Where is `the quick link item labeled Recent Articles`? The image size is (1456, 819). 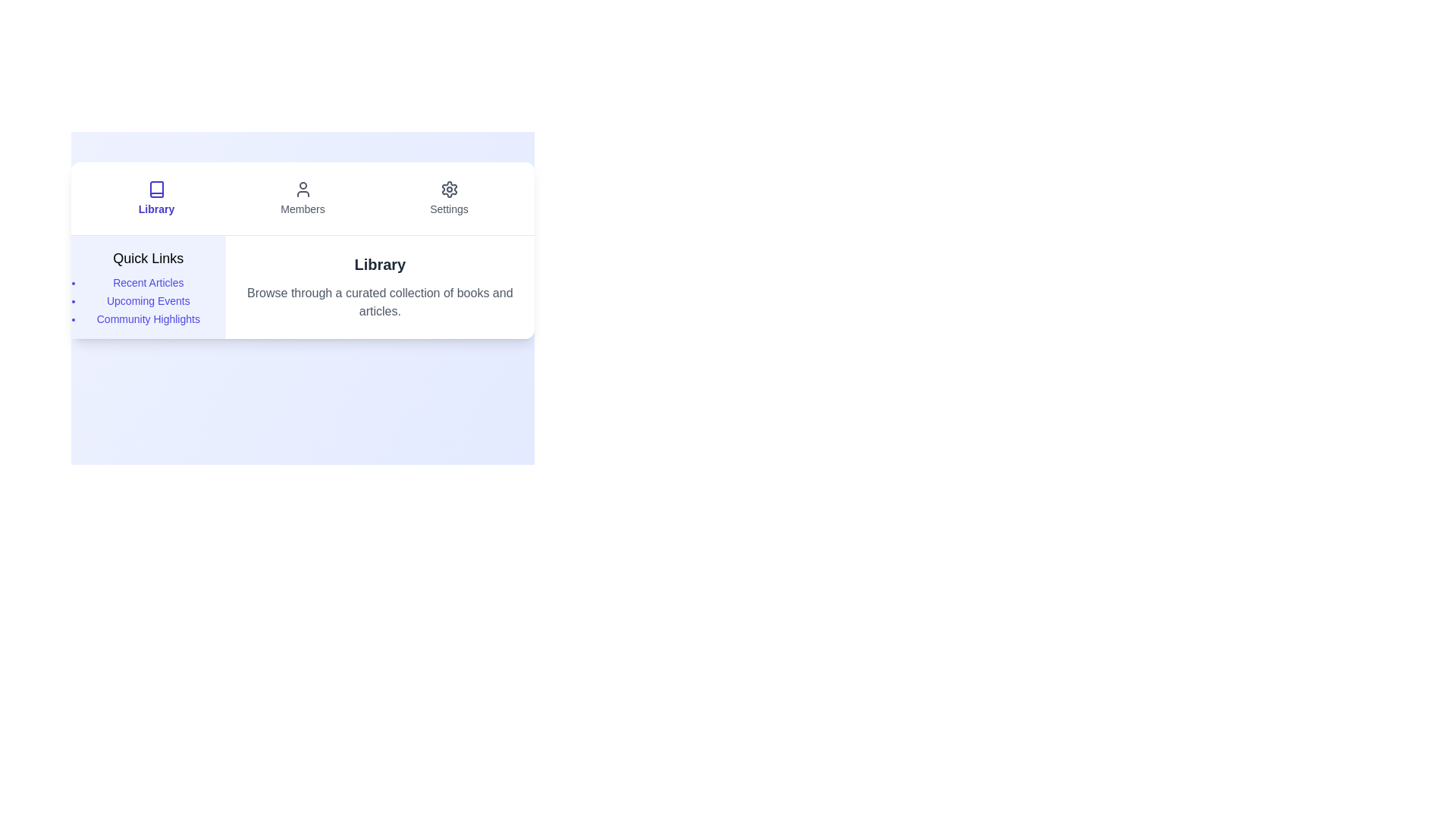 the quick link item labeled Recent Articles is located at coordinates (148, 283).